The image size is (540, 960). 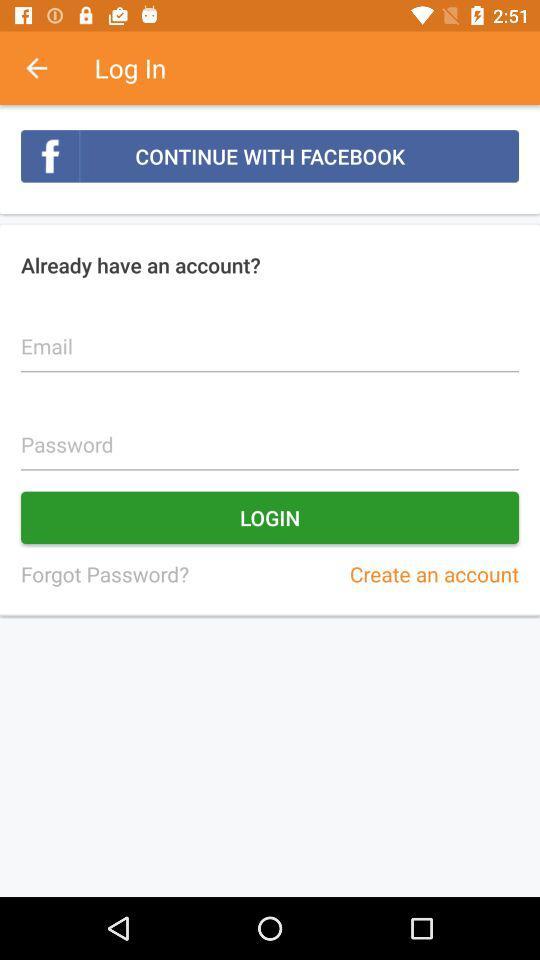 What do you see at coordinates (47, 68) in the screenshot?
I see `item above the continue with facebook icon` at bounding box center [47, 68].